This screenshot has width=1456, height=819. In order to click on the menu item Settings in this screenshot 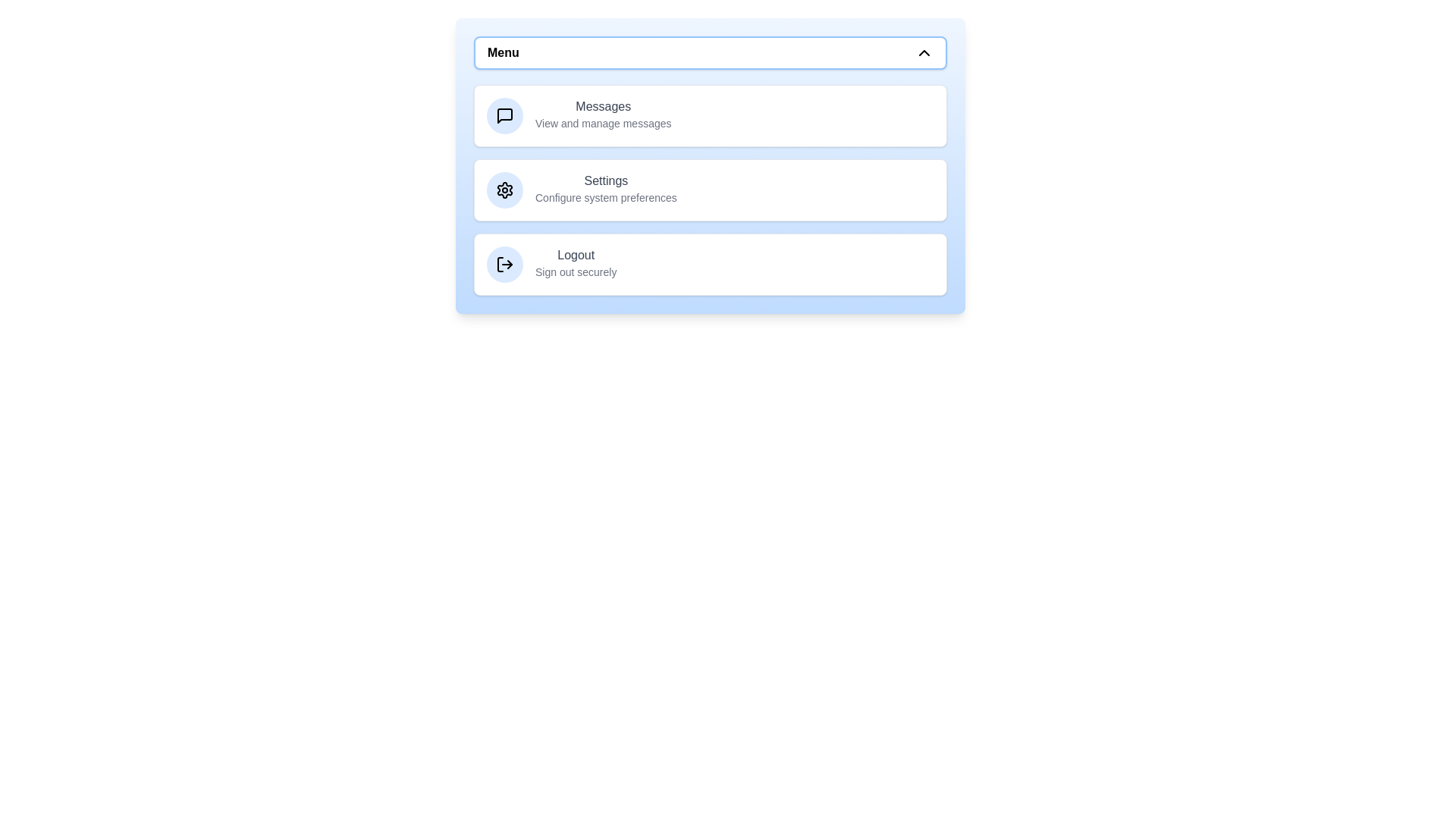, I will do `click(709, 189)`.